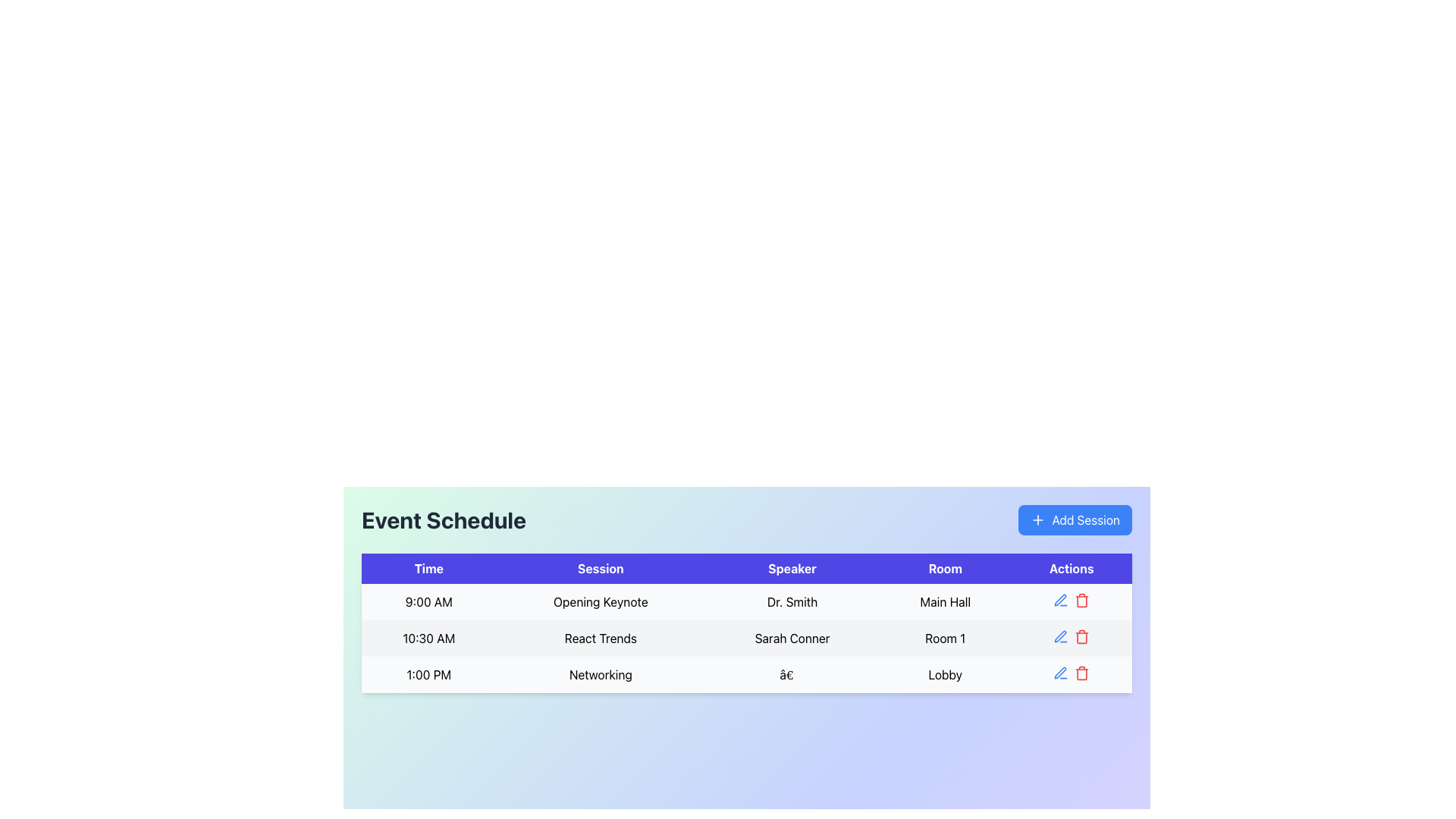 Image resolution: width=1456 pixels, height=819 pixels. I want to click on the trash icon in the 'Actions' column of the last data row in the event schedule table, so click(1081, 672).